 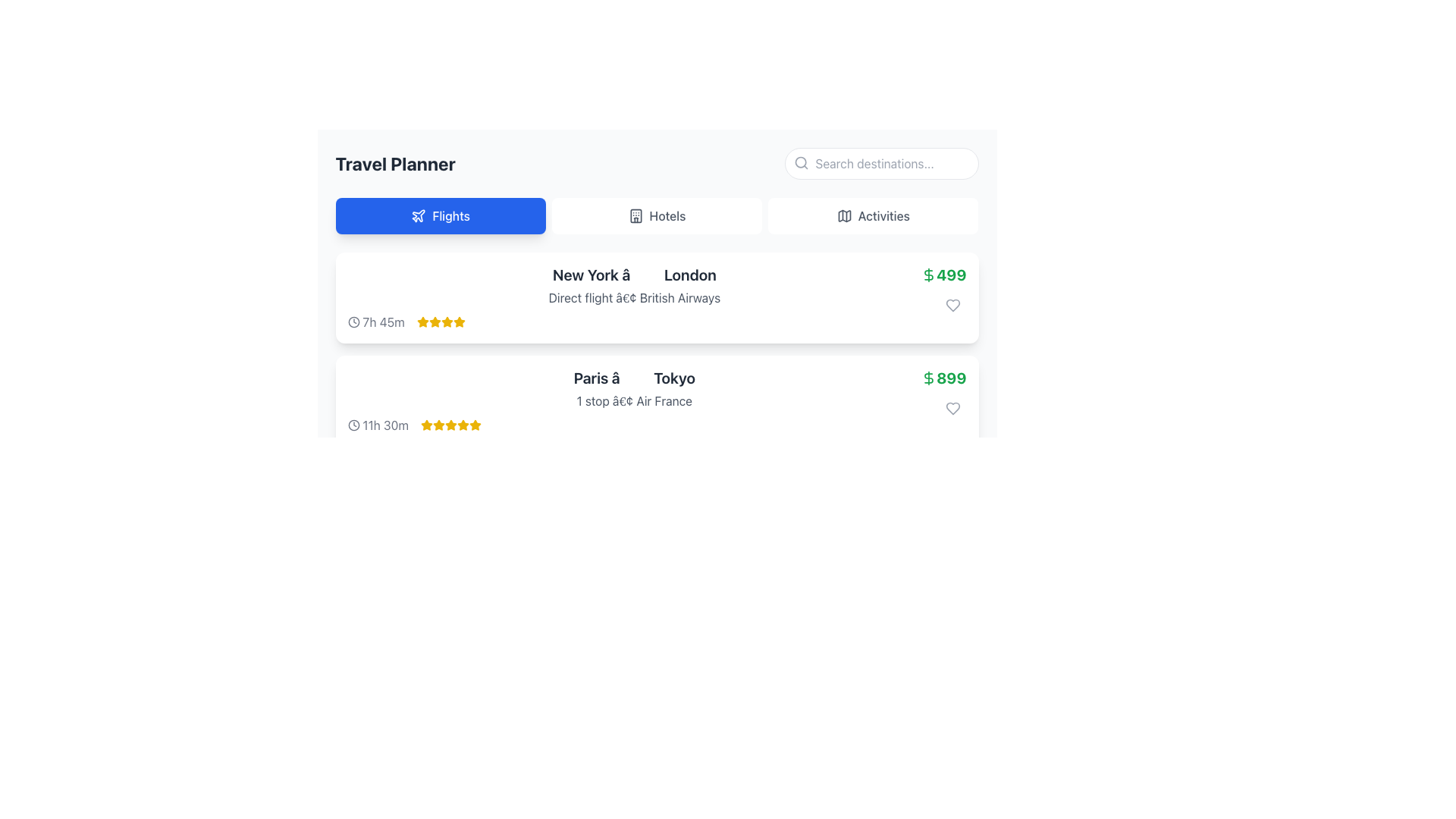 What do you see at coordinates (434, 321) in the screenshot?
I see `the appearance of the first star in the row of rating stars for the first flight deal, located under the duration label '7h 45m'` at bounding box center [434, 321].